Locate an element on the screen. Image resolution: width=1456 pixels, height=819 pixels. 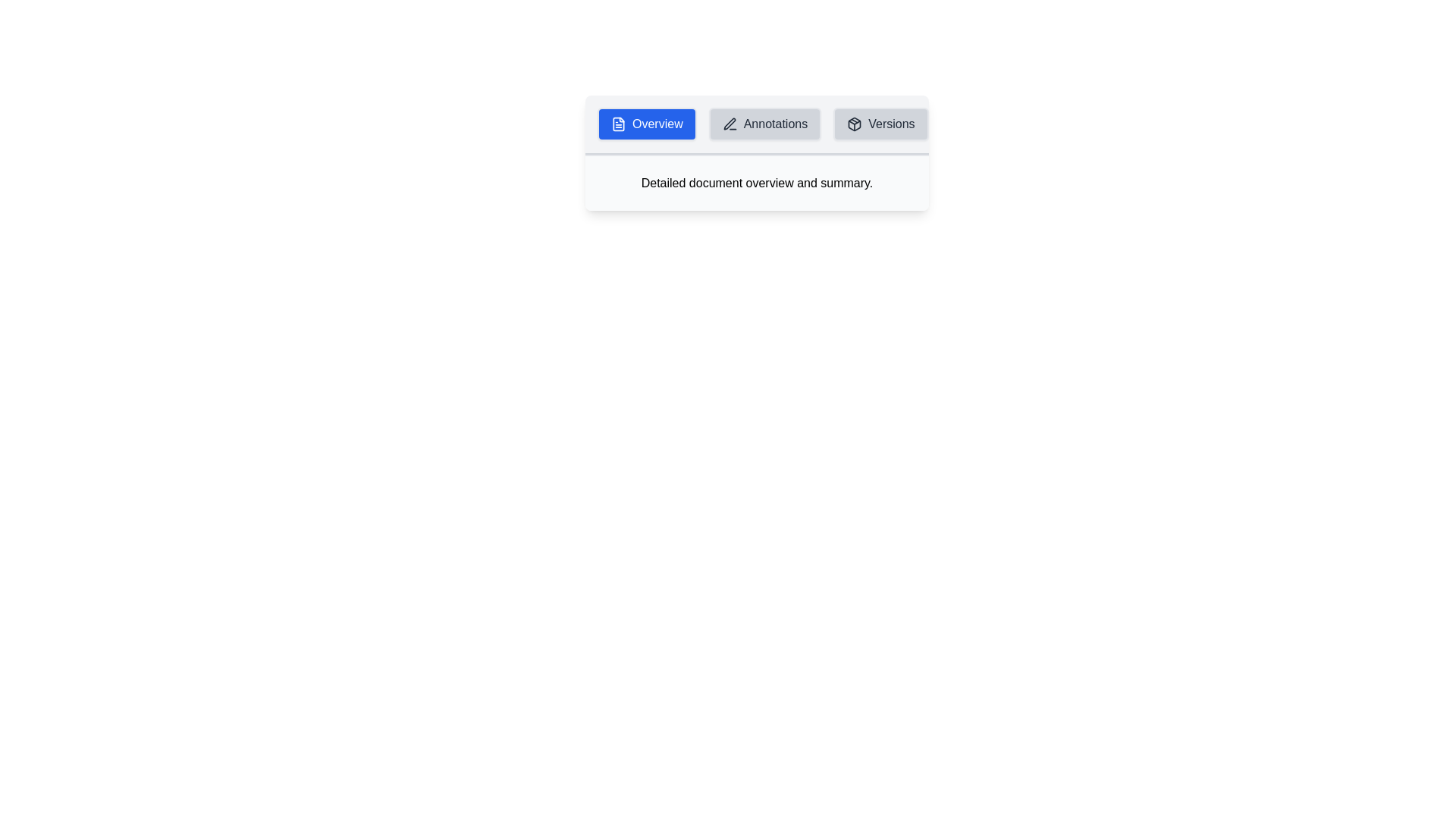
the Annotations tab to view its content is located at coordinates (764, 124).